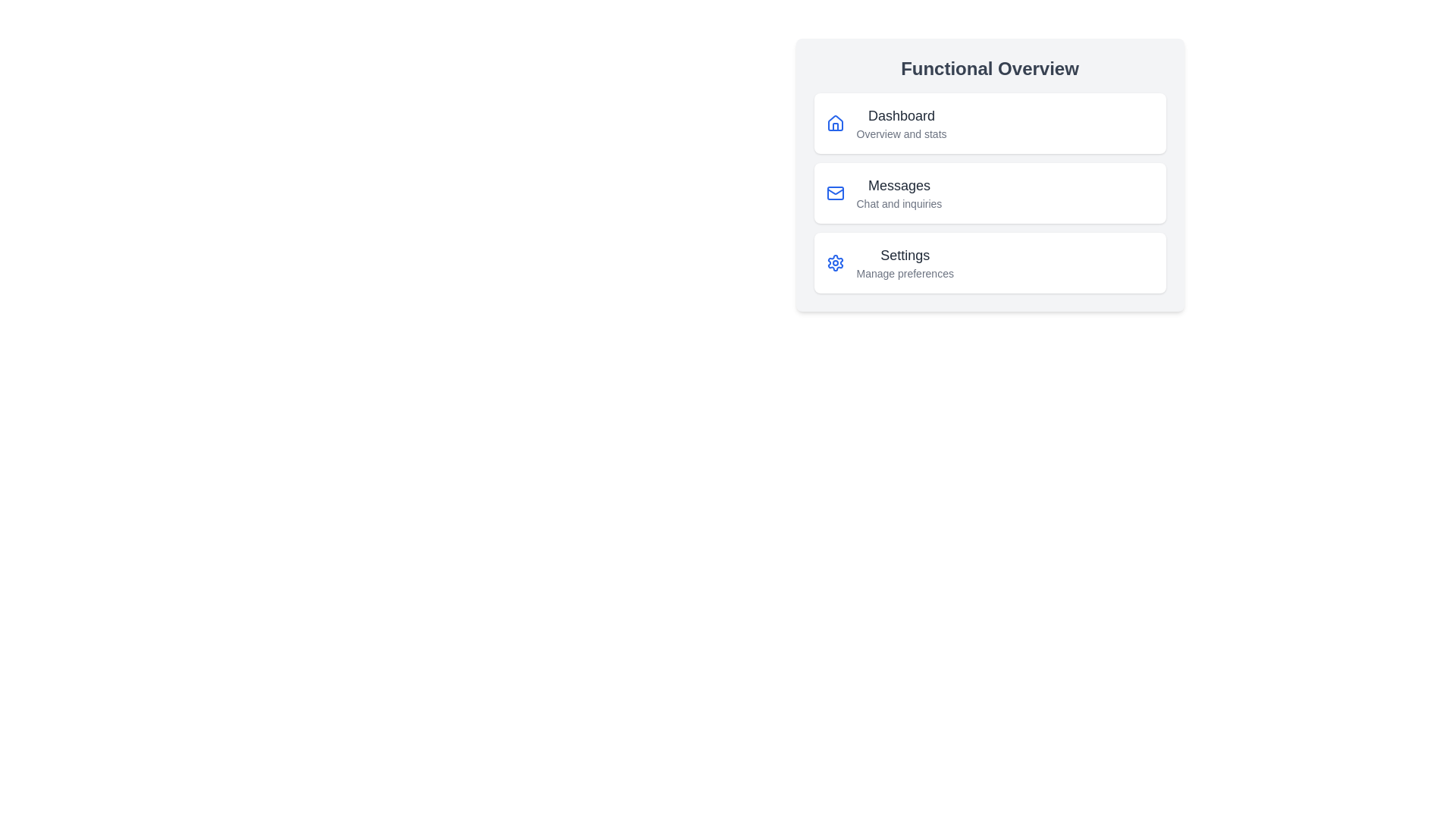  I want to click on the text label located below the 'Messages' title within the second card of the 'Functional Overview' menu, so click(899, 203).